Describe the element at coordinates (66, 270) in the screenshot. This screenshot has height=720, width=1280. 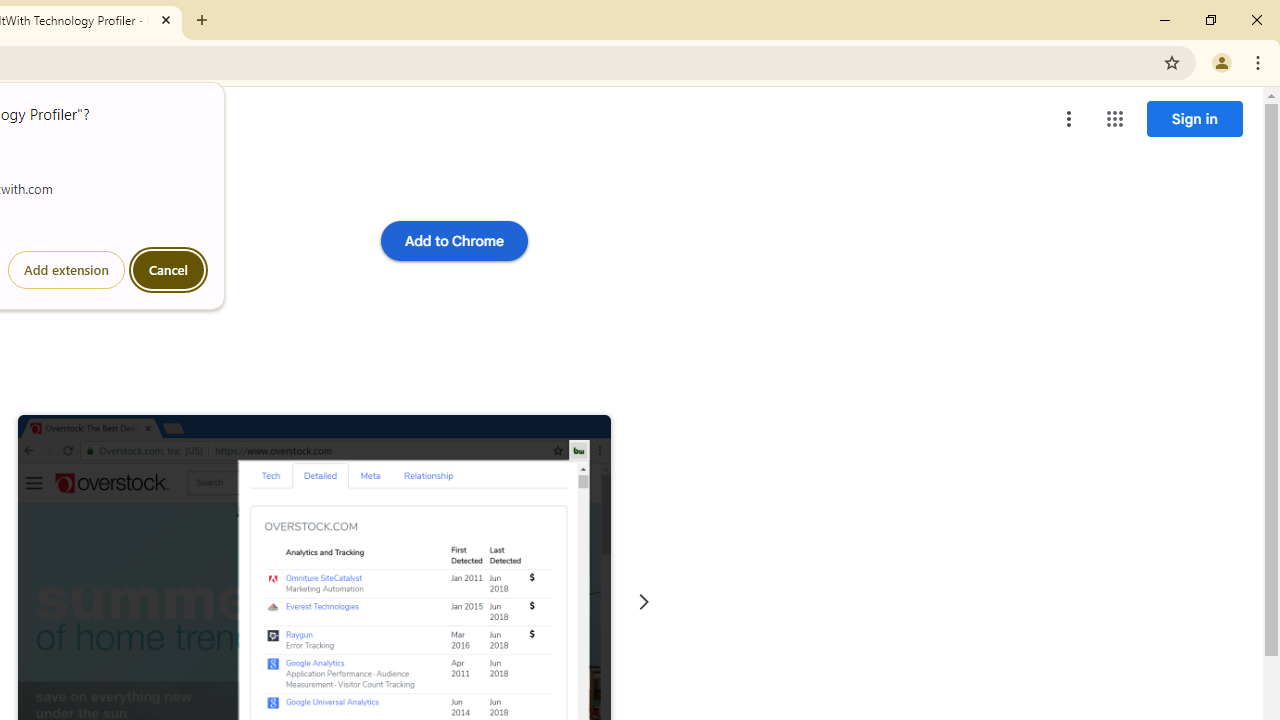
I see `'Add extension'` at that location.